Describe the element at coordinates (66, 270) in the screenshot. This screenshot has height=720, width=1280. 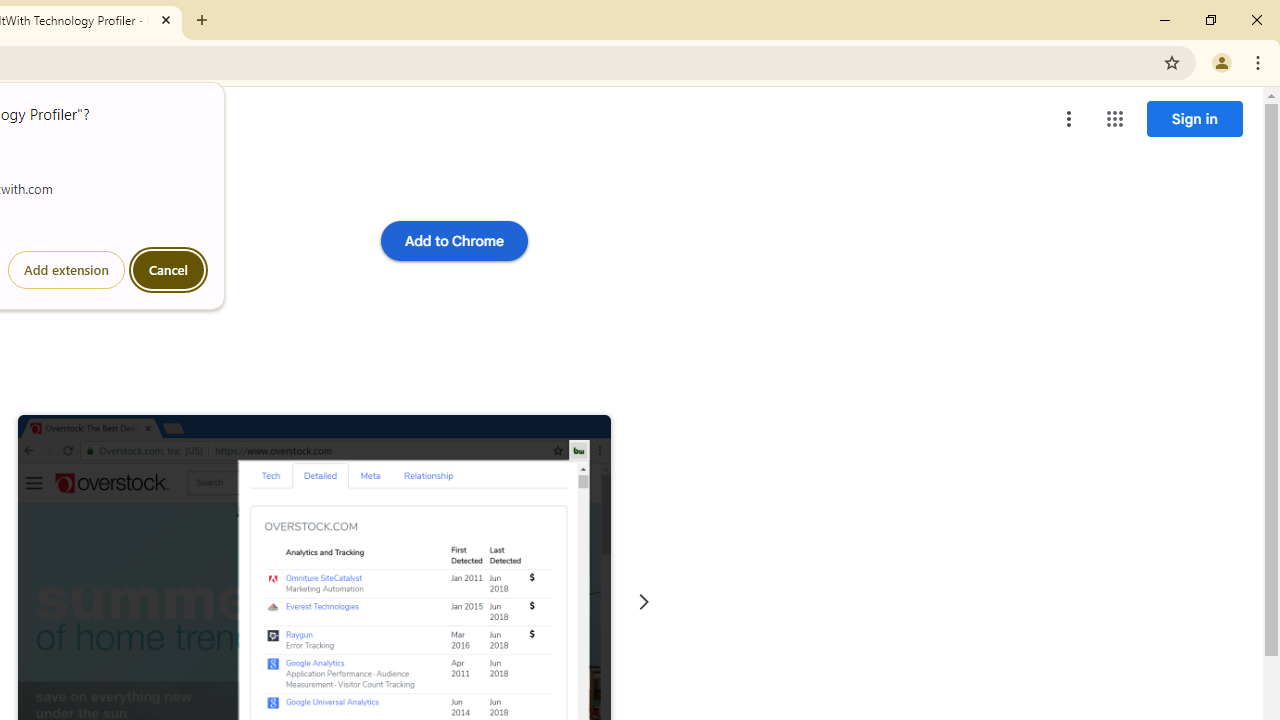
I see `'Add extension'` at that location.